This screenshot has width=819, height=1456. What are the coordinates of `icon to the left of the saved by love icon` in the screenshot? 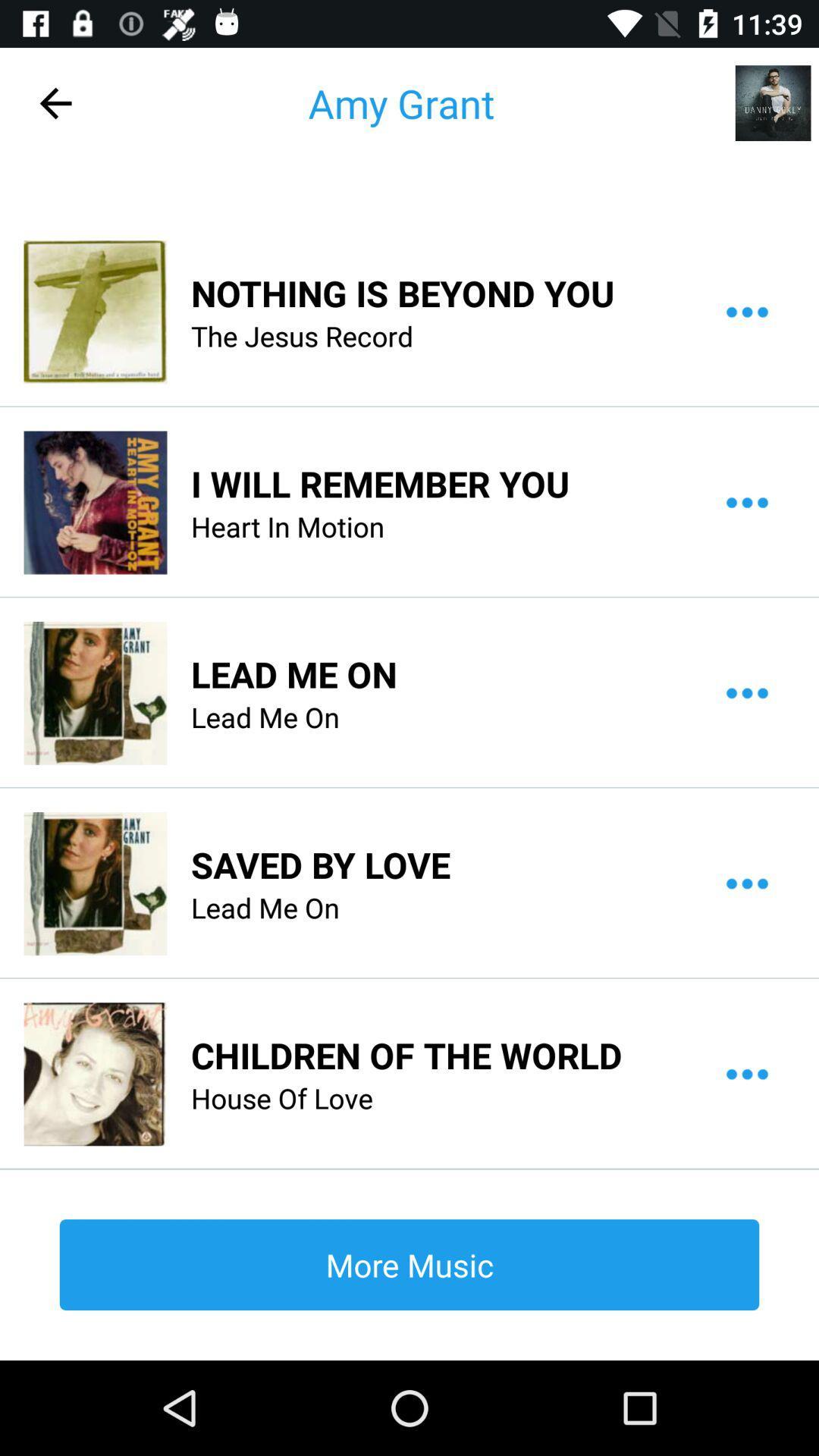 It's located at (95, 883).